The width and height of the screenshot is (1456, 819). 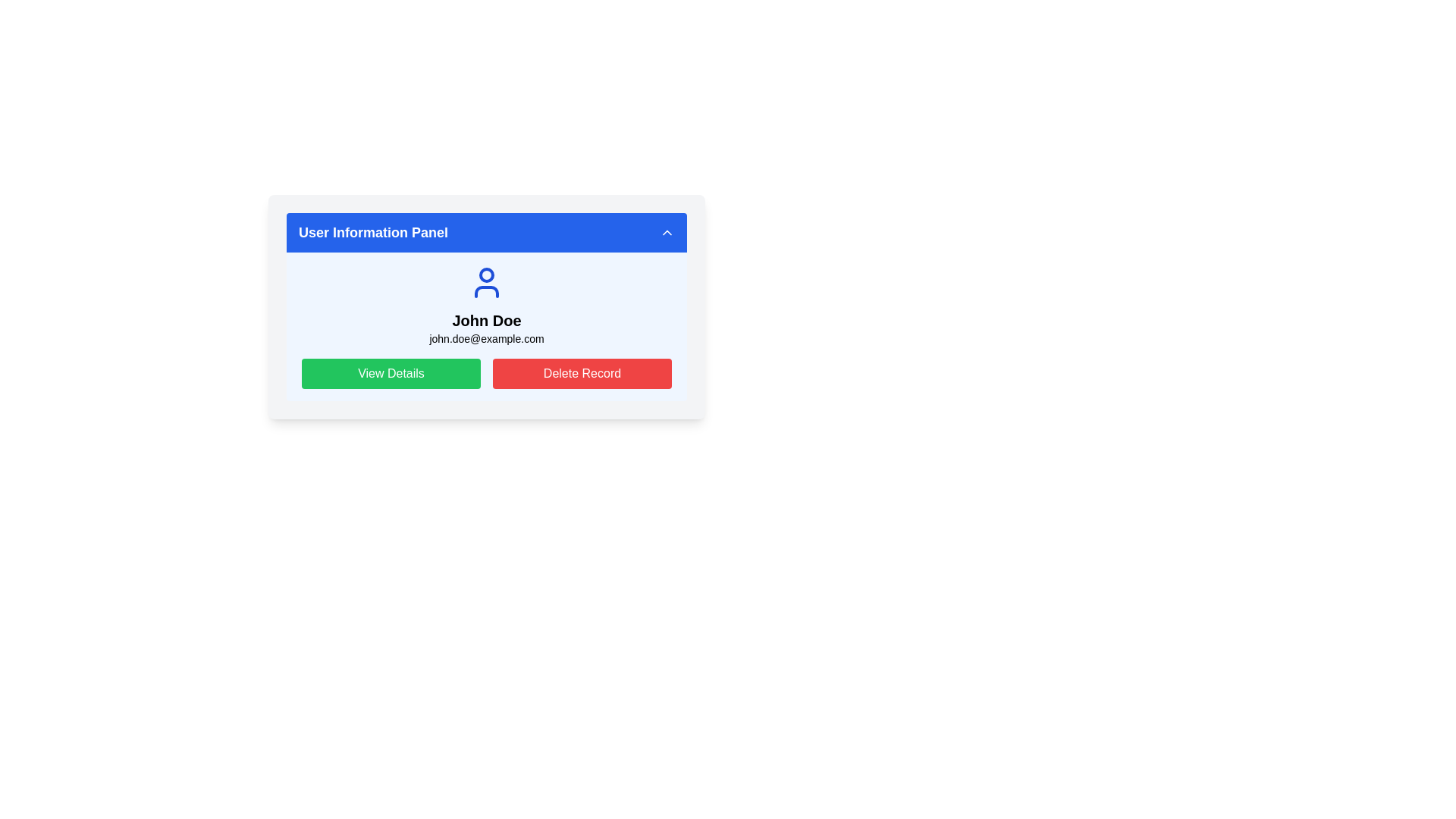 What do you see at coordinates (667, 233) in the screenshot?
I see `the button at the far right end of the 'User Information Panel' title bar` at bounding box center [667, 233].